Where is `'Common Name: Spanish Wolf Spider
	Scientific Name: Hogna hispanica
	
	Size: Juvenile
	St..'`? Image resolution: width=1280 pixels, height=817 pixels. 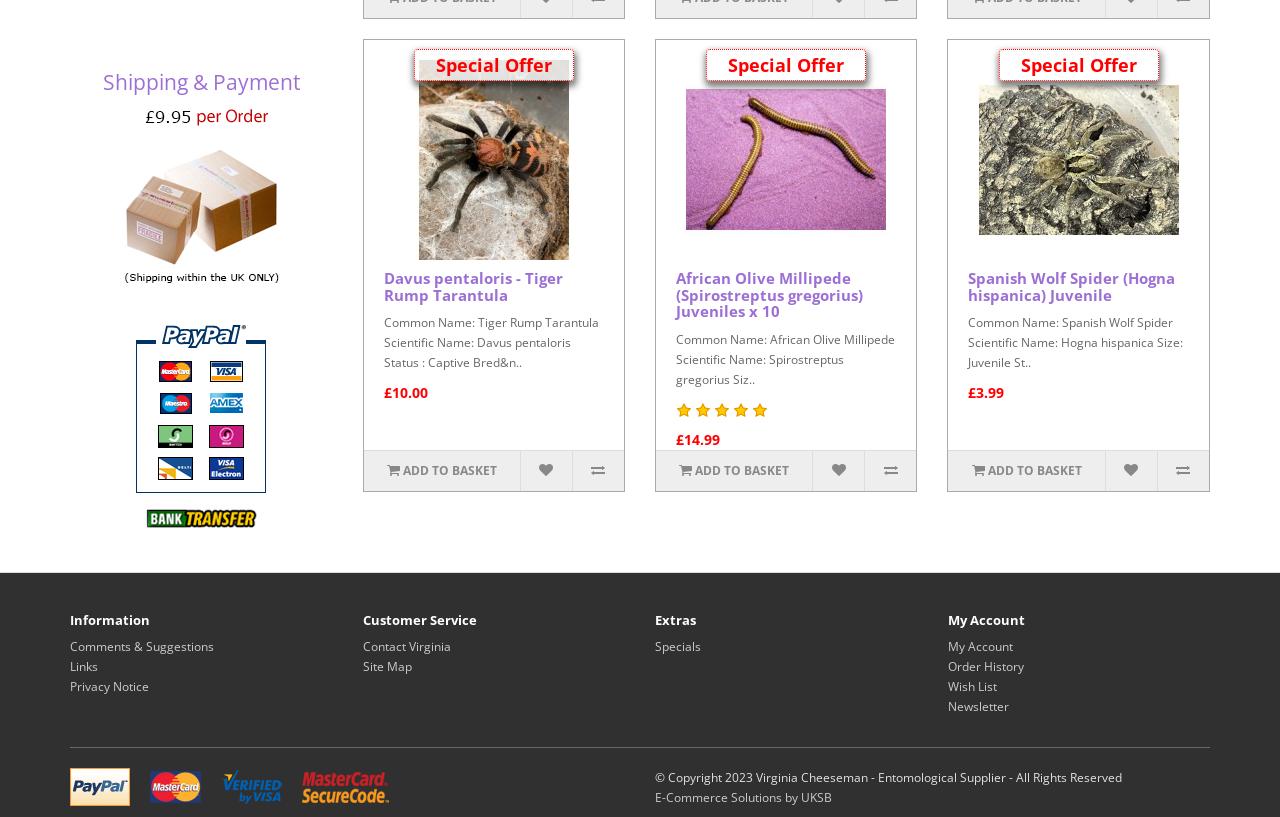
'Common Name: Spanish Wolf Spider
	Scientific Name: Hogna hispanica
	
	Size: Juvenile
	St..' is located at coordinates (1074, 341).